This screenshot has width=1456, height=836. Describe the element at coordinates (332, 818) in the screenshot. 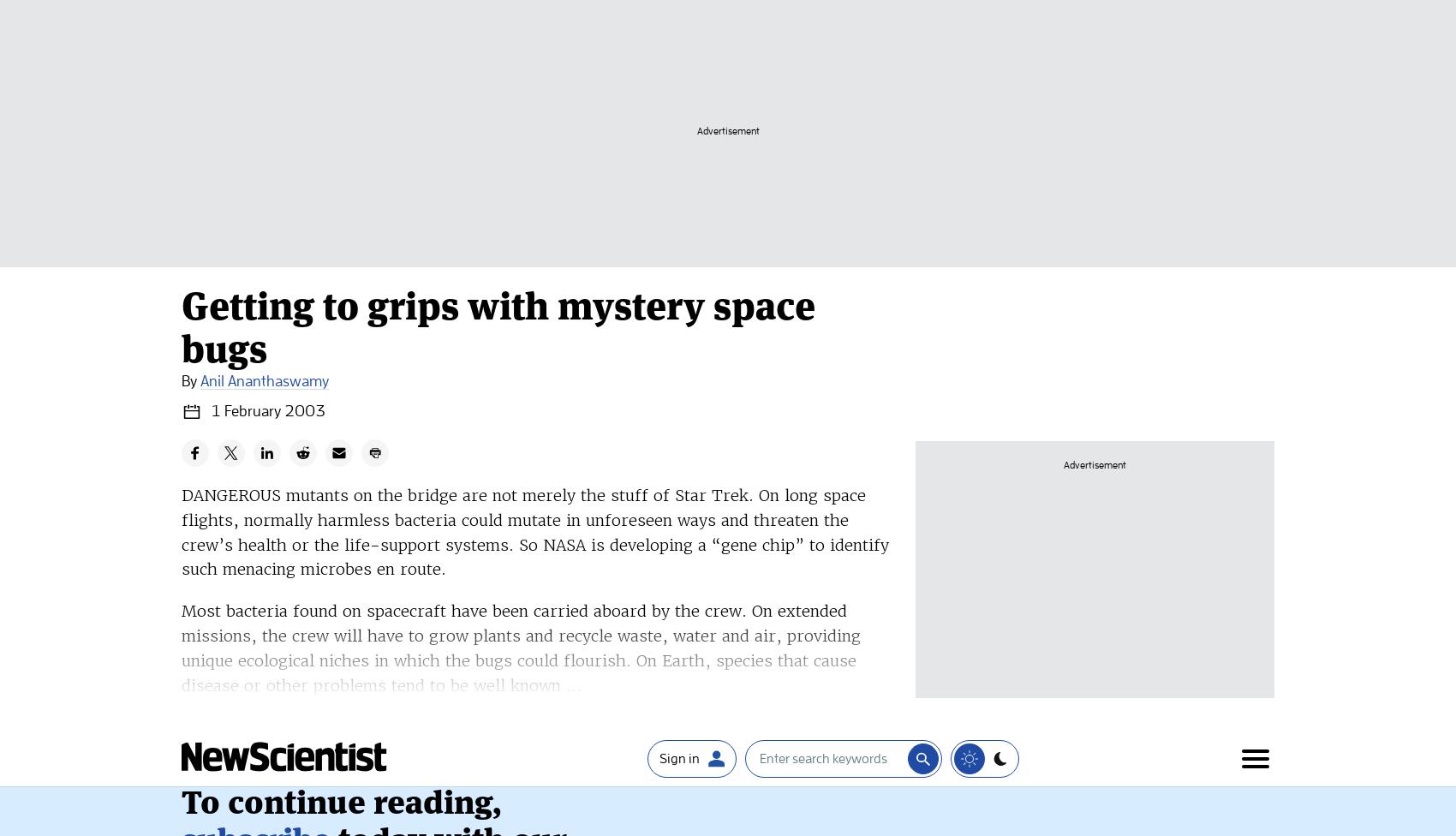

I see `'Popular articles'` at that location.